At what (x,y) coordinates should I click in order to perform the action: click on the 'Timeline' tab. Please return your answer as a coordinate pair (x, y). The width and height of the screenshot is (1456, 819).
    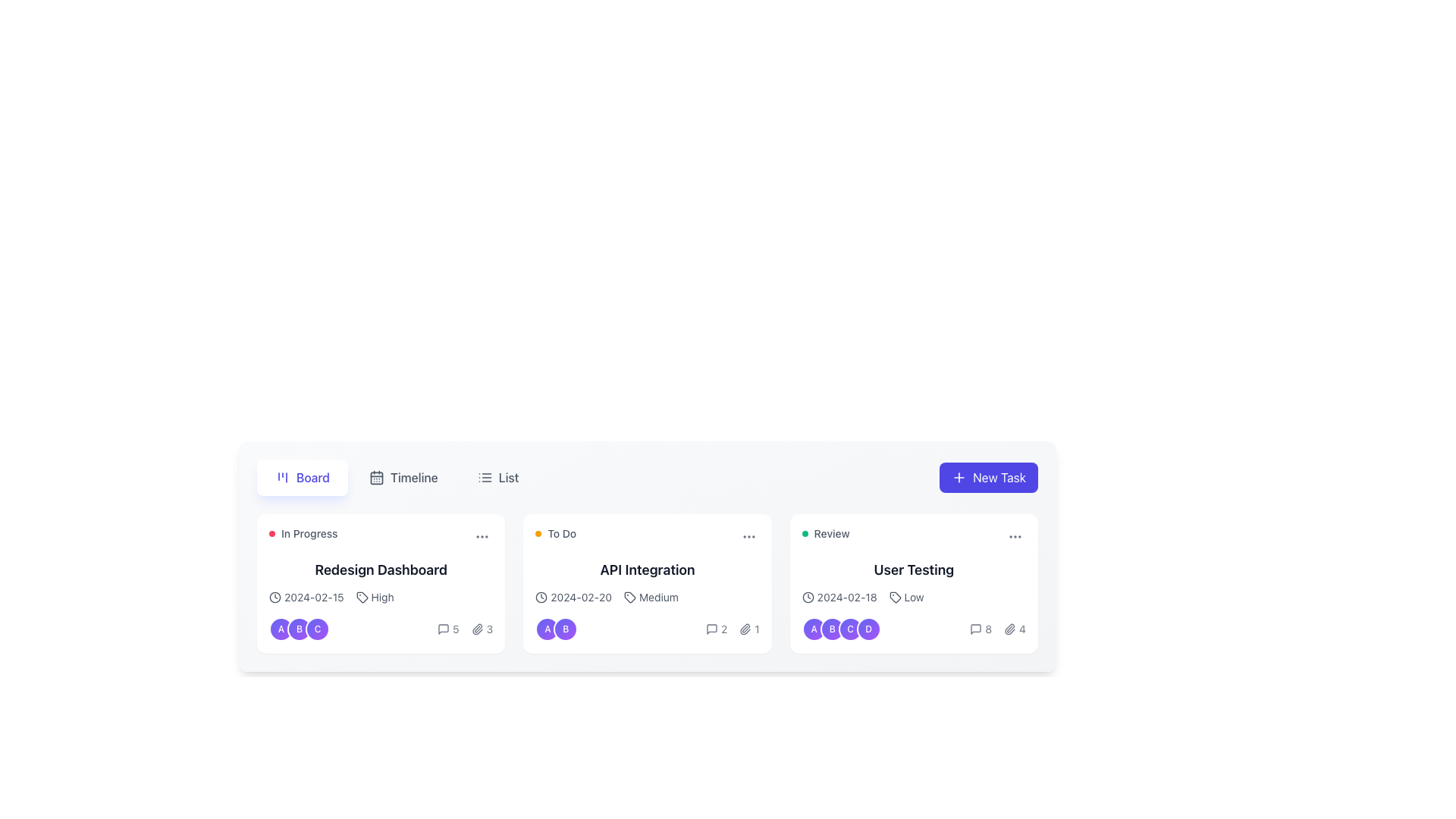
    Looking at the image, I should click on (397, 476).